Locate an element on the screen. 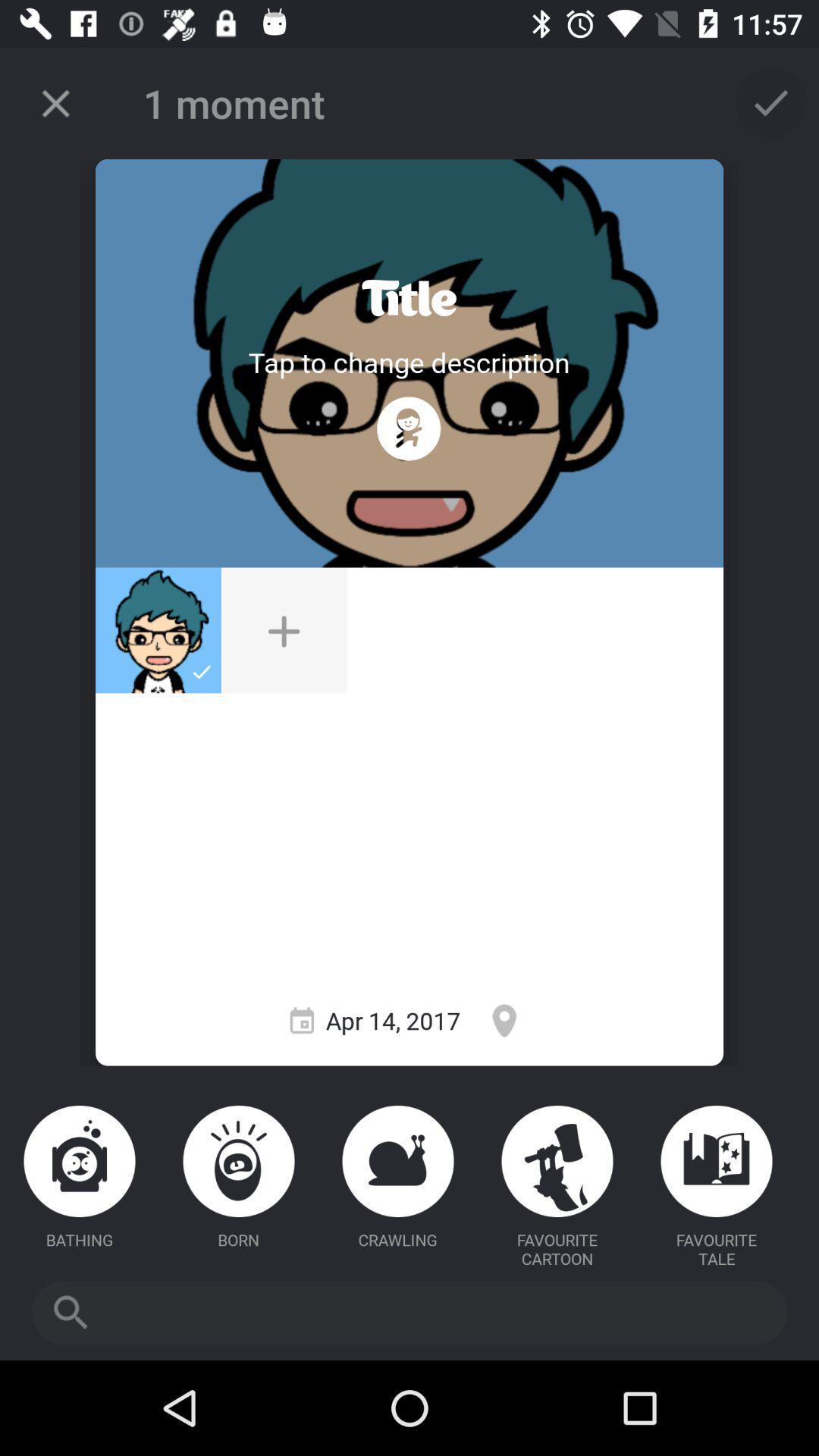 The width and height of the screenshot is (819, 1456). a title to the post is located at coordinates (408, 298).